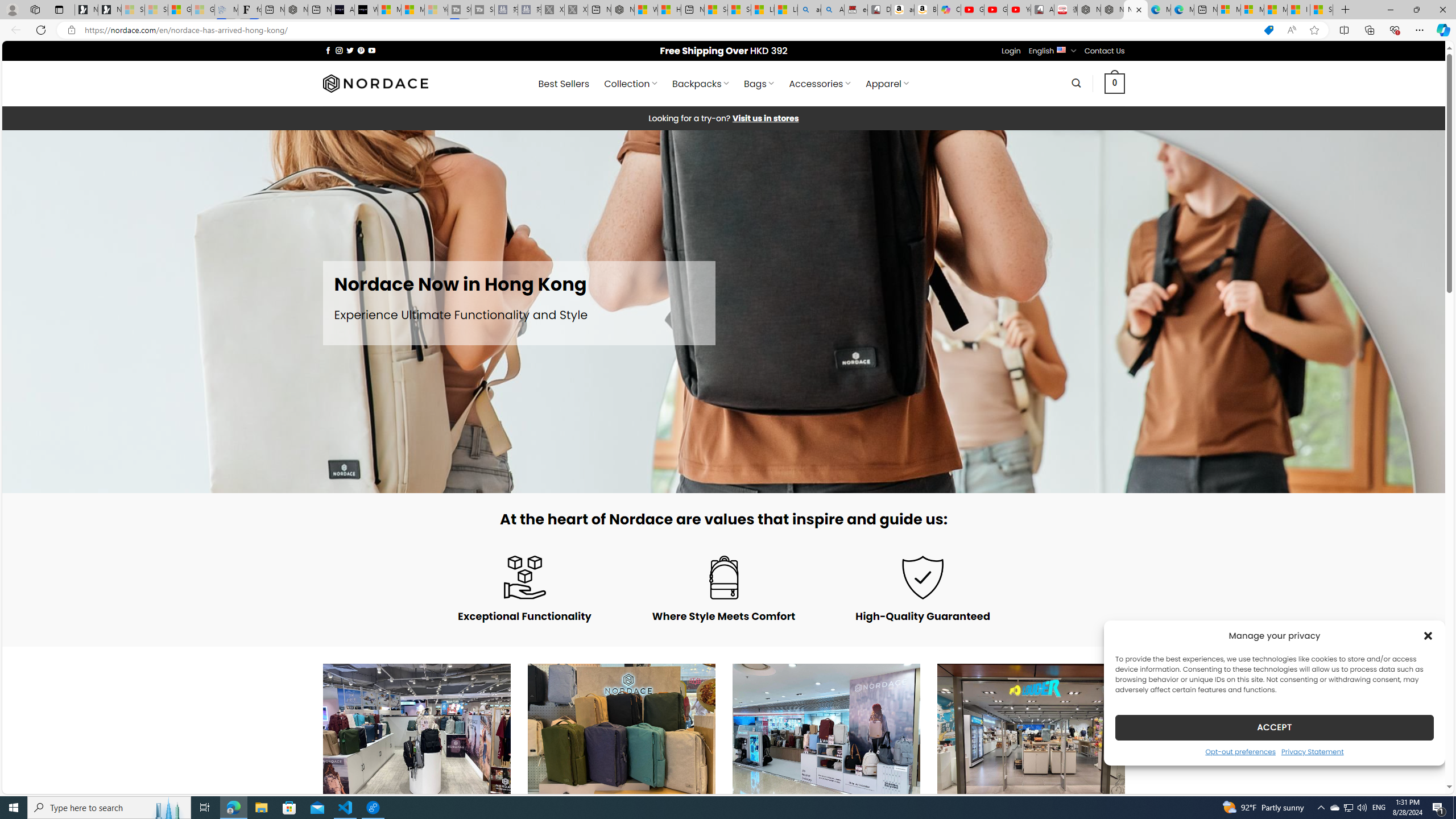 This screenshot has height=819, width=1456. What do you see at coordinates (809, 9) in the screenshot?
I see `'amazon - Search'` at bounding box center [809, 9].